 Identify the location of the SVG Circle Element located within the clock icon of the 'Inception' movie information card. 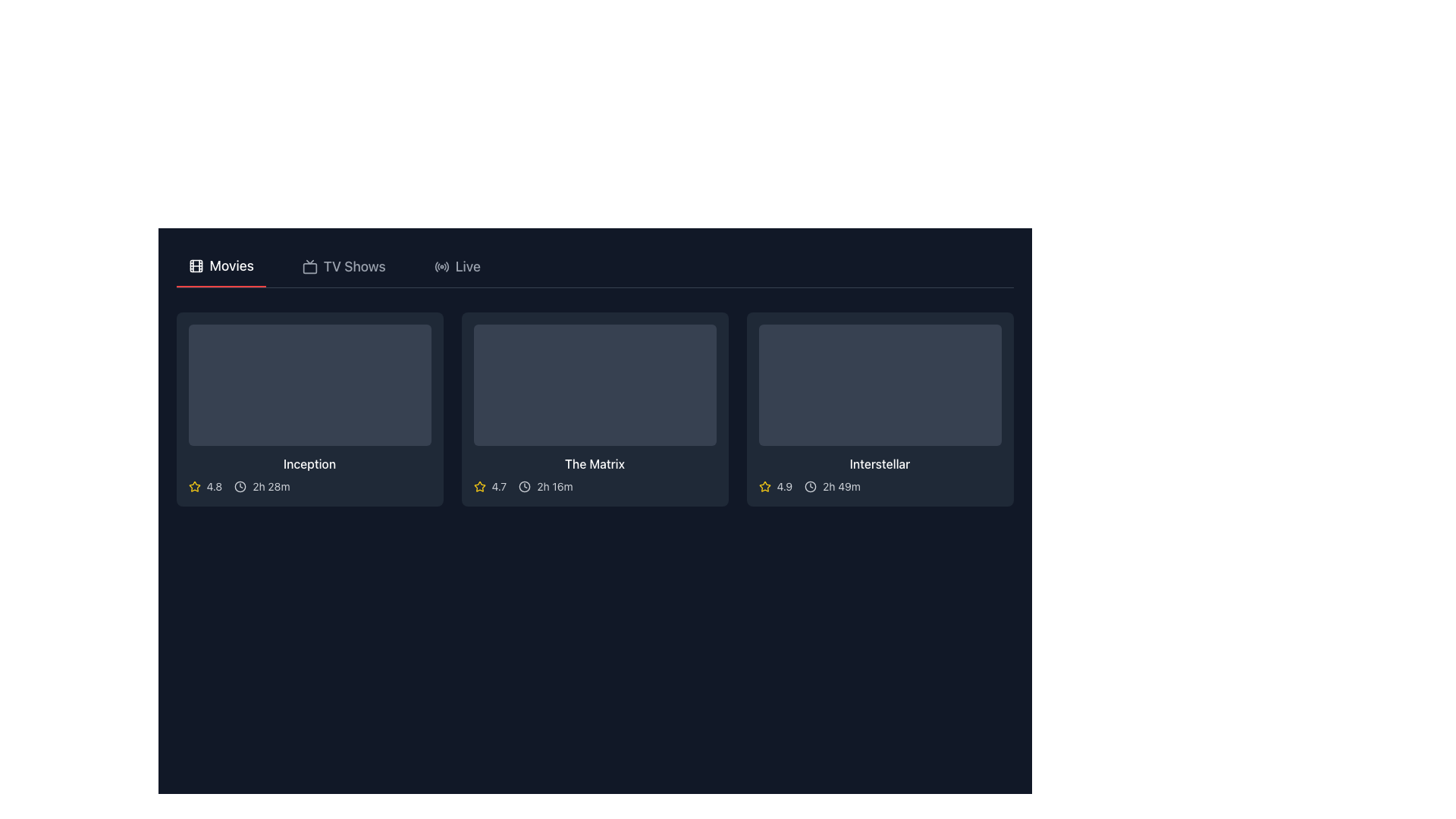
(240, 486).